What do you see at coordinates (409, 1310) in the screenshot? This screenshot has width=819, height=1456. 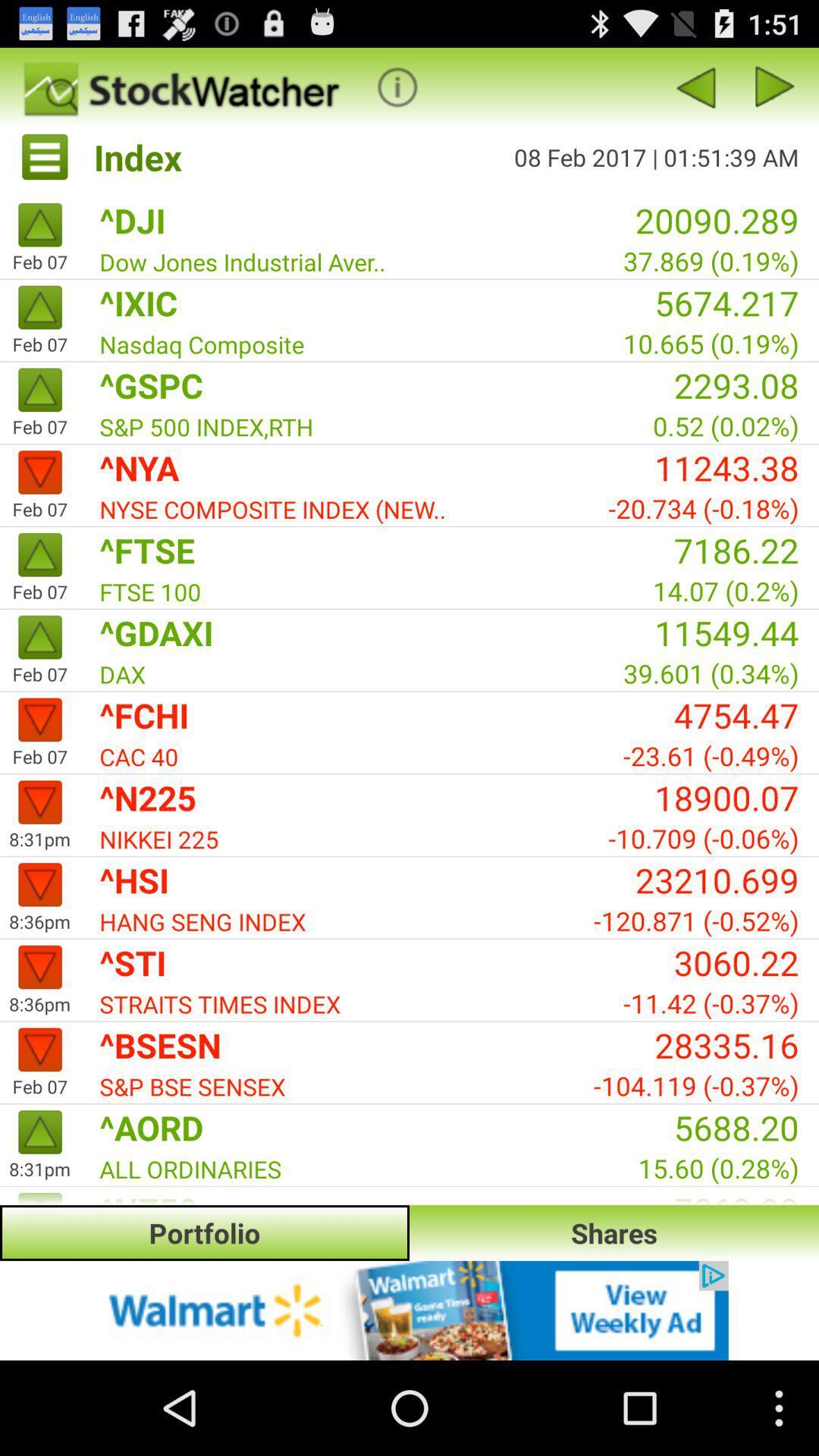 I see `advertisement` at bounding box center [409, 1310].